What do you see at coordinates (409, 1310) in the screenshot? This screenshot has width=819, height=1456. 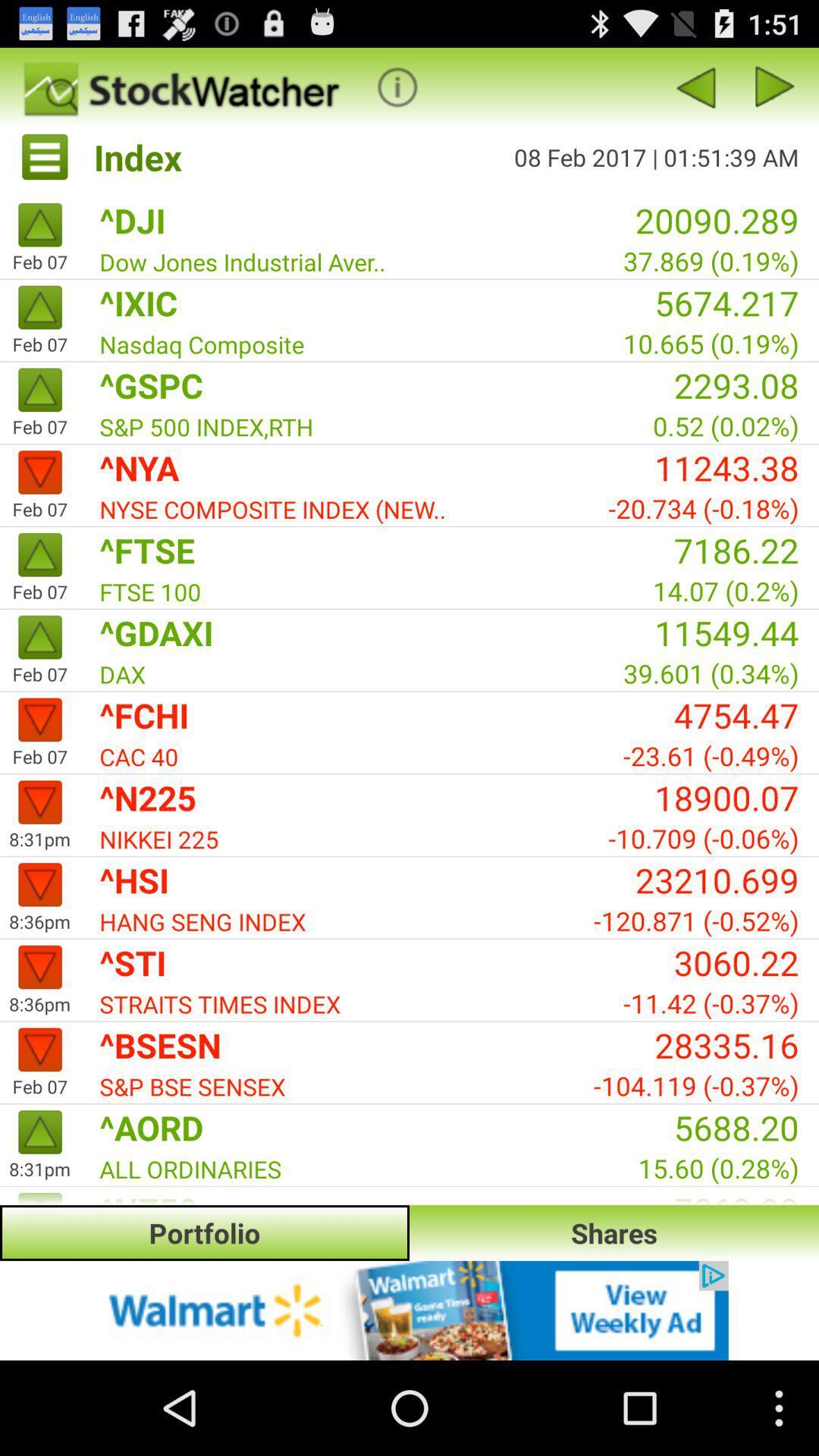 I see `advertisement` at bounding box center [409, 1310].